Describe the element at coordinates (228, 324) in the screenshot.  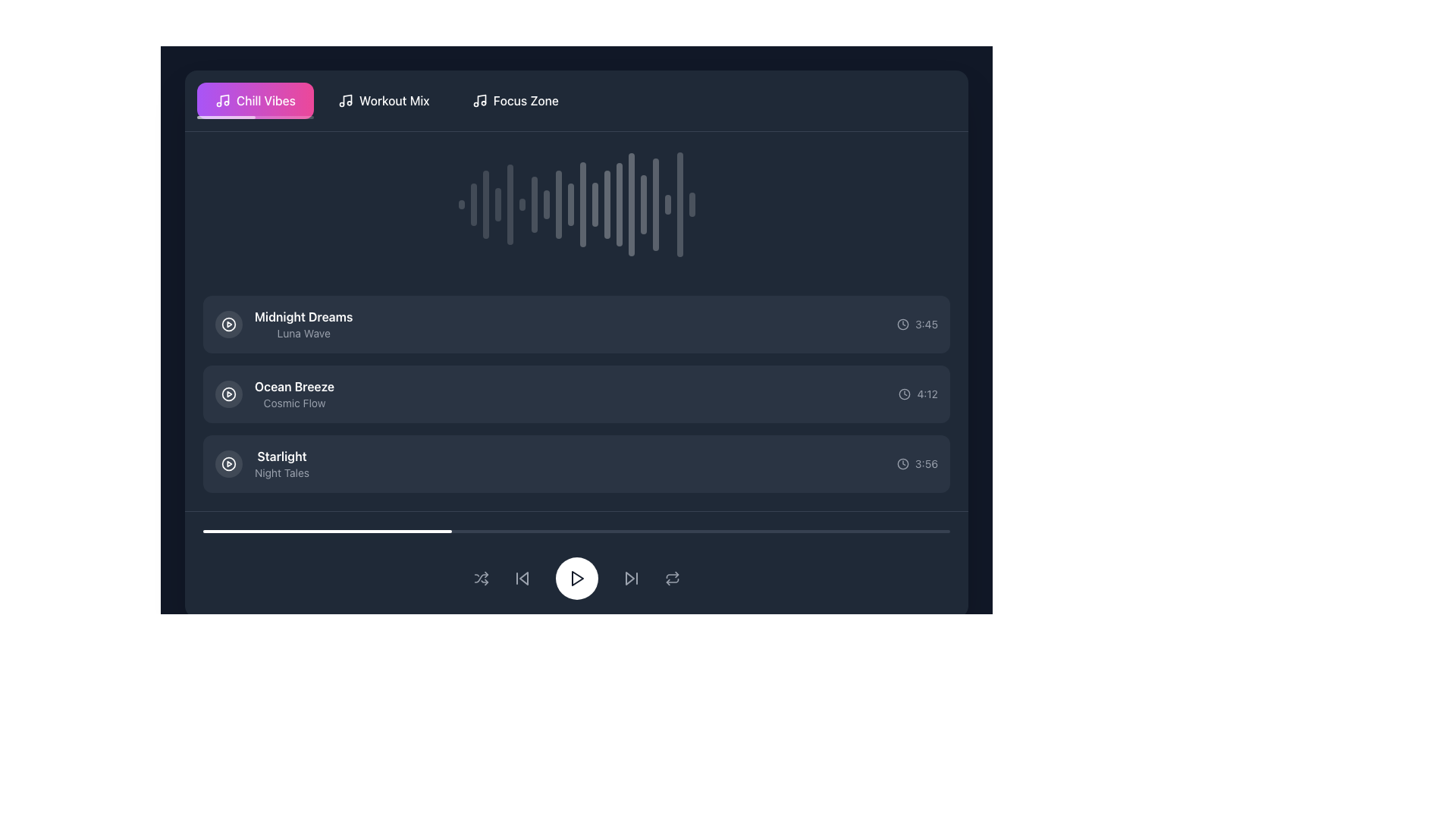
I see `the play button for the track 'Midnight Dreams - Luna Wave'` at that location.